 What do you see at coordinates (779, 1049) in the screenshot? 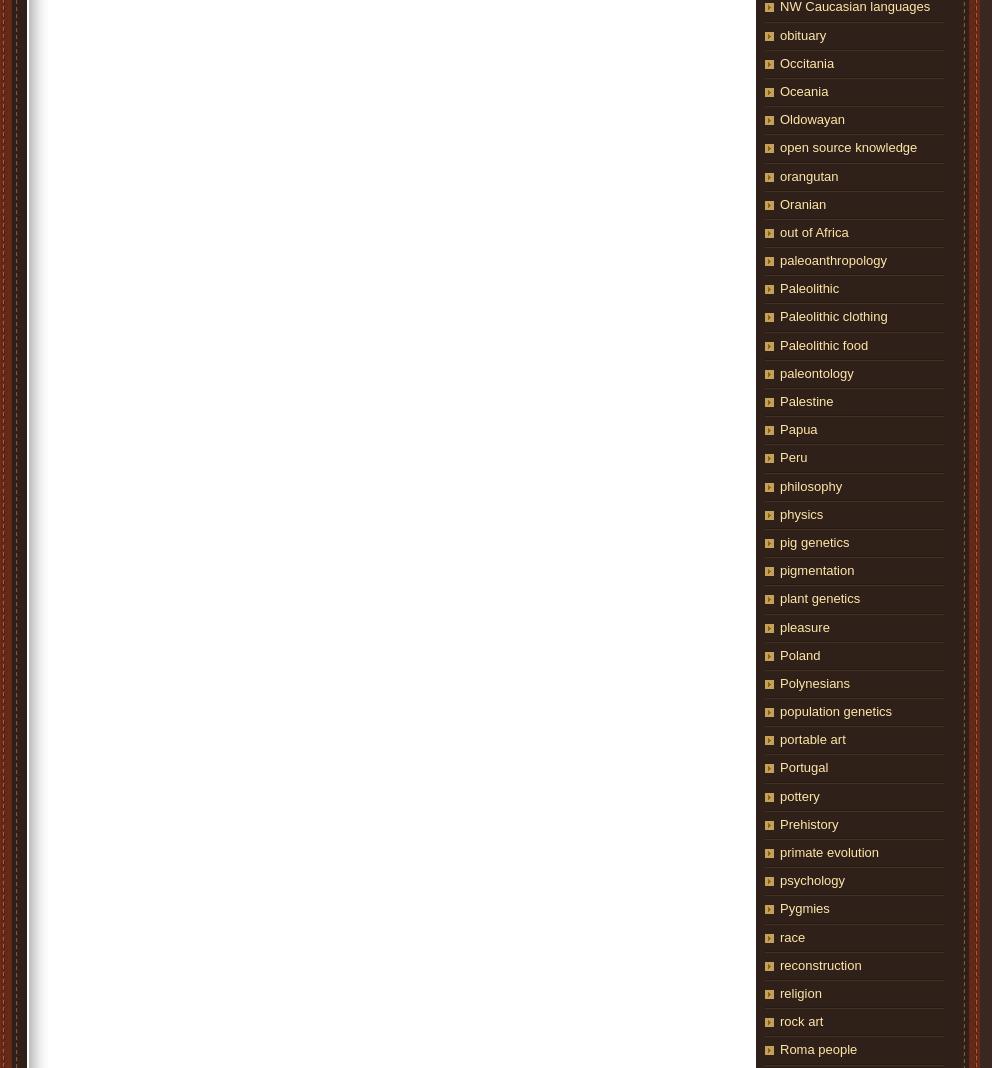
I see `'Roma people'` at bounding box center [779, 1049].